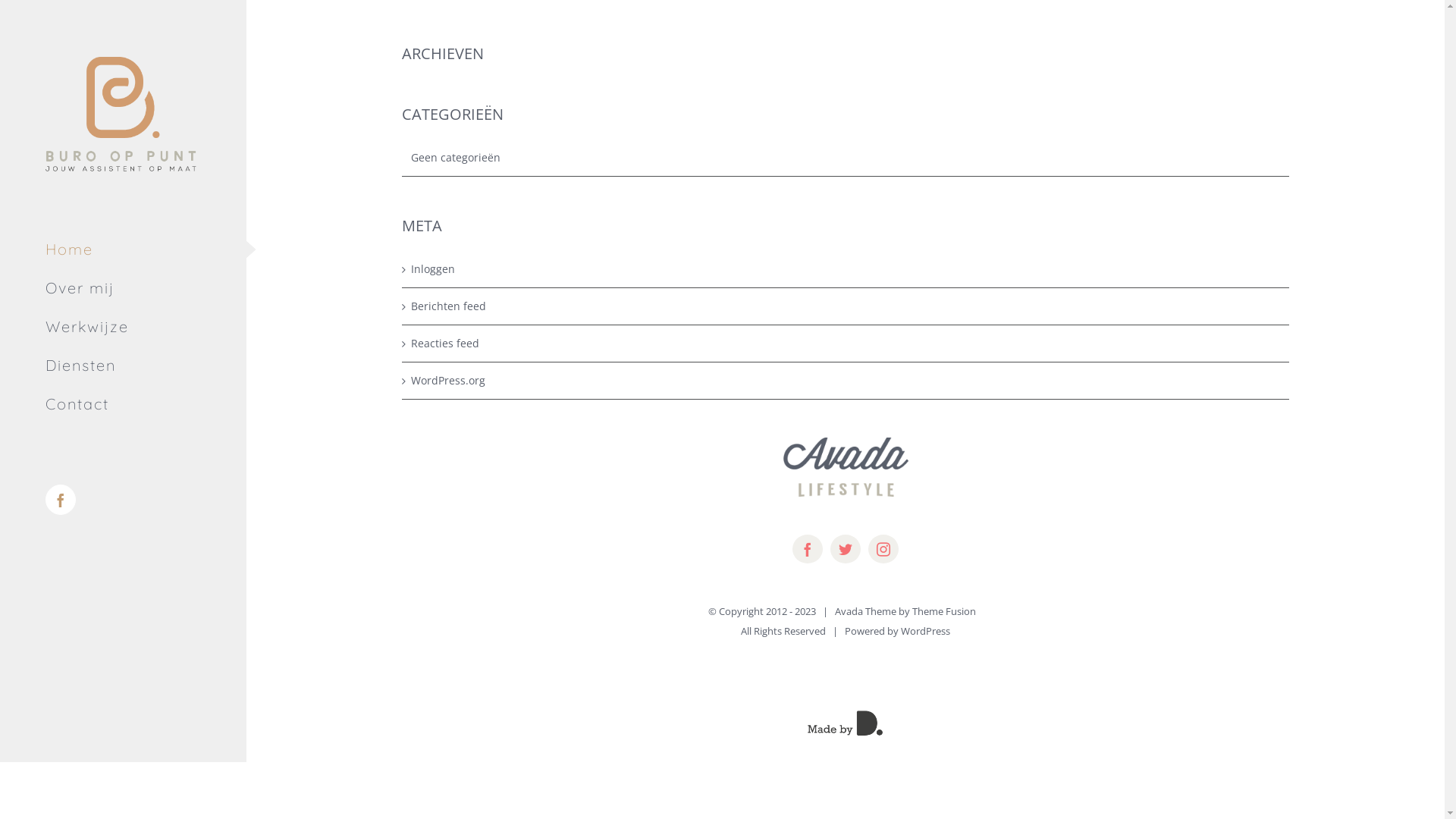 This screenshot has height=819, width=1456. Describe the element at coordinates (411, 306) in the screenshot. I see `'Berichten feed'` at that location.